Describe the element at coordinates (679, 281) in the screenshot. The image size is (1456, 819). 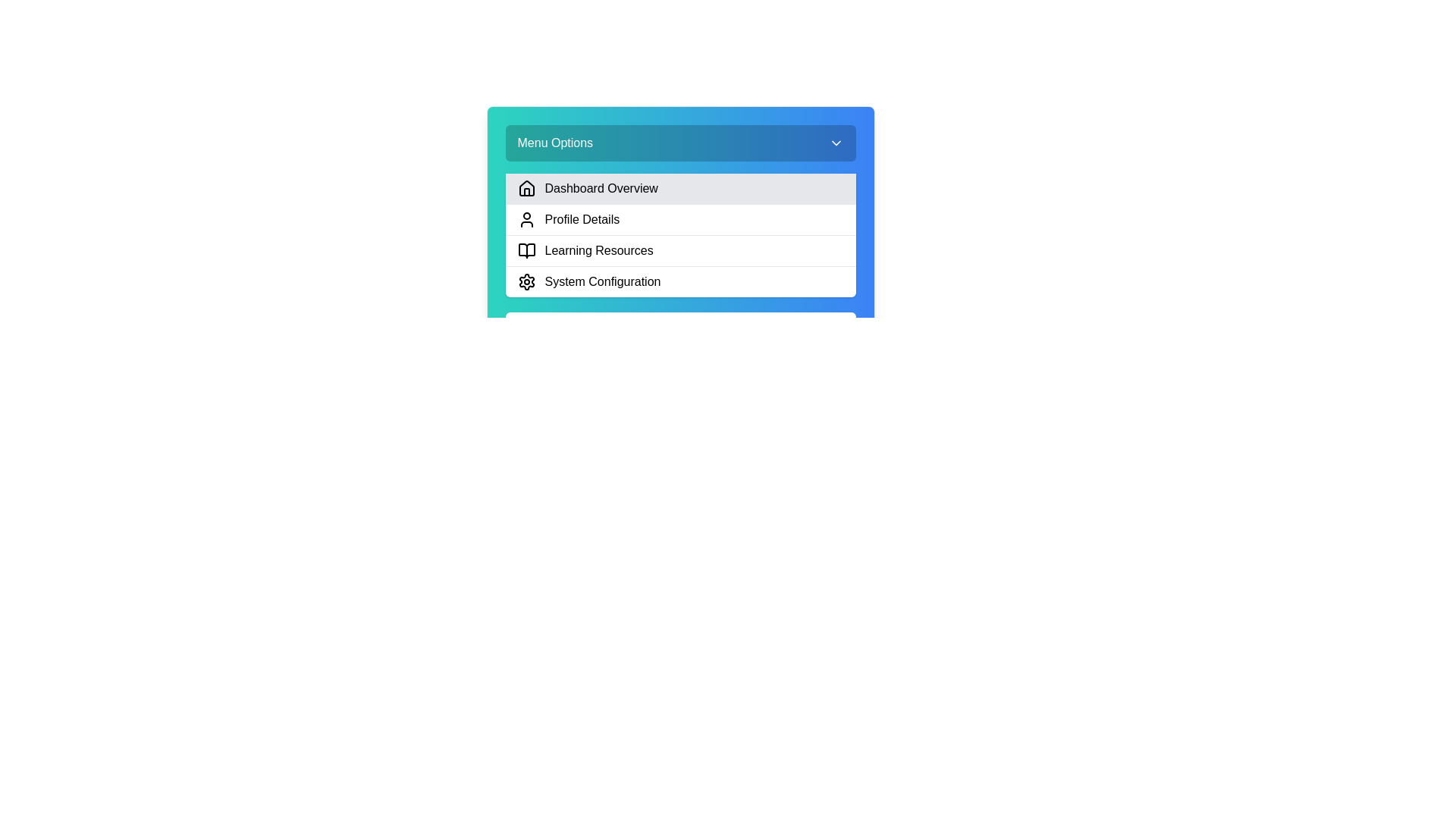
I see `the fourth menu item for 'System Configuration' located in the lower part of the menu panel` at that location.